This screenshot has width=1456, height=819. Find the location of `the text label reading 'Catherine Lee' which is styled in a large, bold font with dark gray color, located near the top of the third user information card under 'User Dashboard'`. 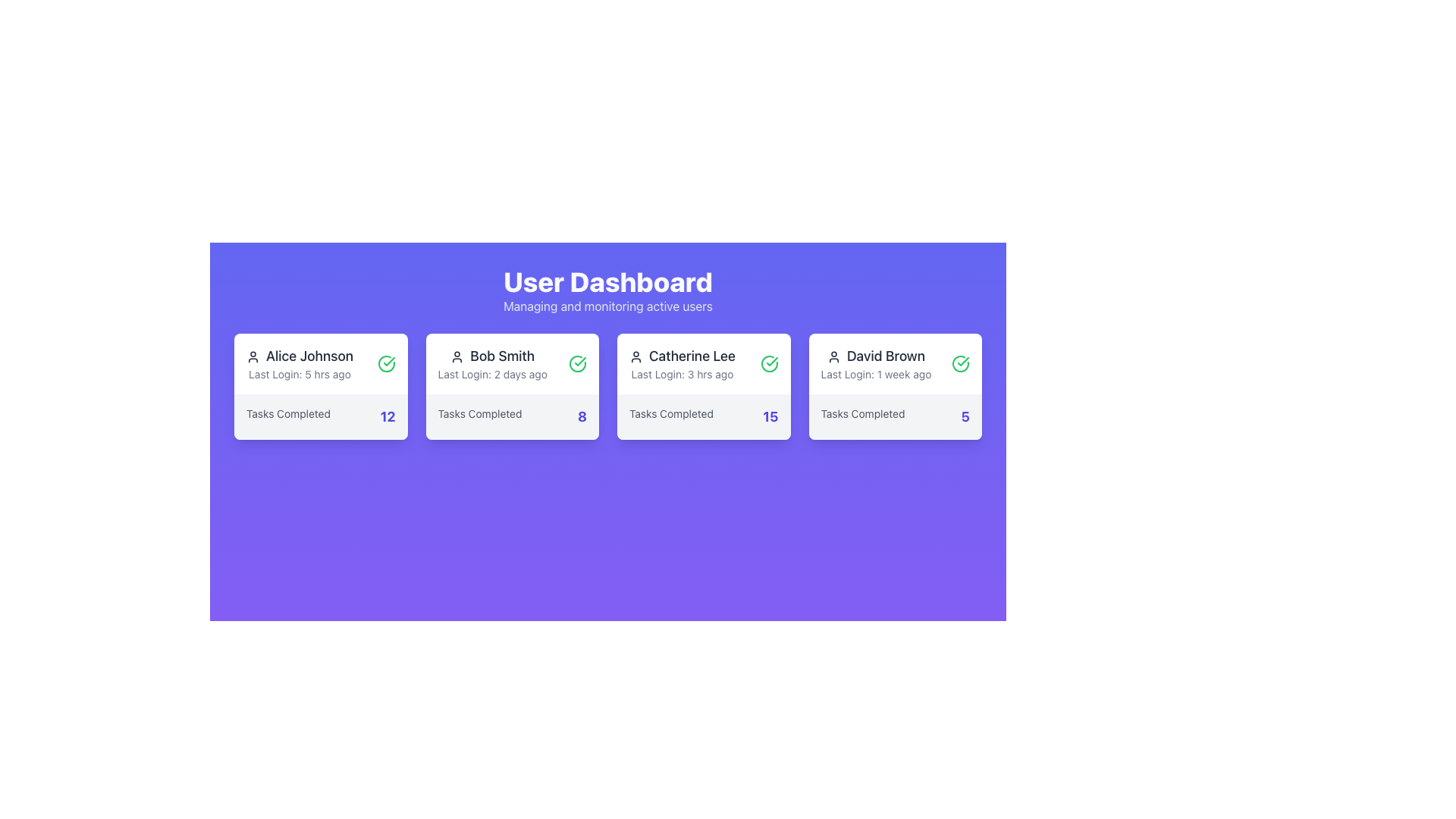

the text label reading 'Catherine Lee' which is styled in a large, bold font with dark gray color, located near the top of the third user information card under 'User Dashboard' is located at coordinates (681, 356).